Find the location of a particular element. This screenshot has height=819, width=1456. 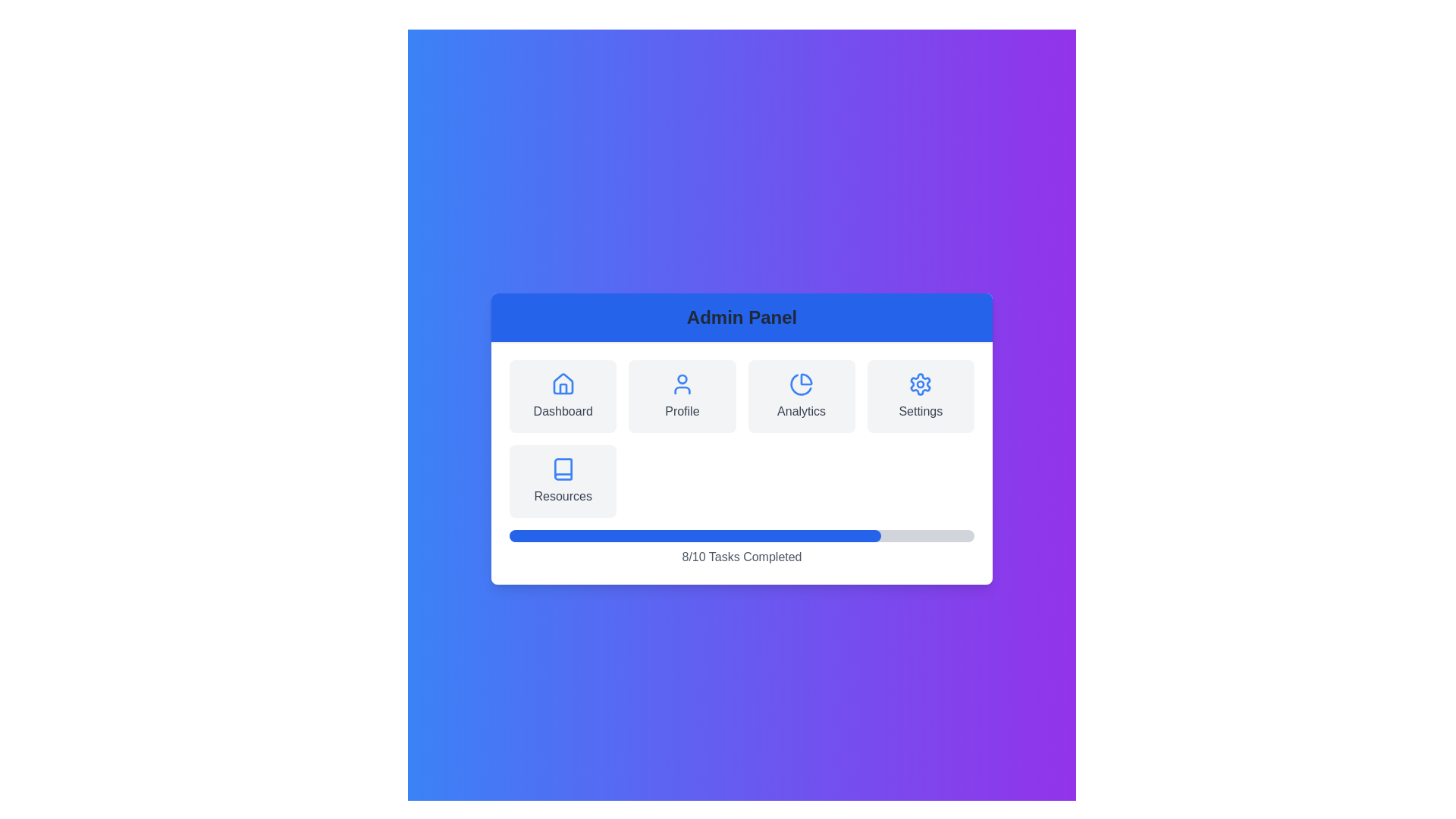

the menu option Profile to observe its hover effect is located at coordinates (681, 396).